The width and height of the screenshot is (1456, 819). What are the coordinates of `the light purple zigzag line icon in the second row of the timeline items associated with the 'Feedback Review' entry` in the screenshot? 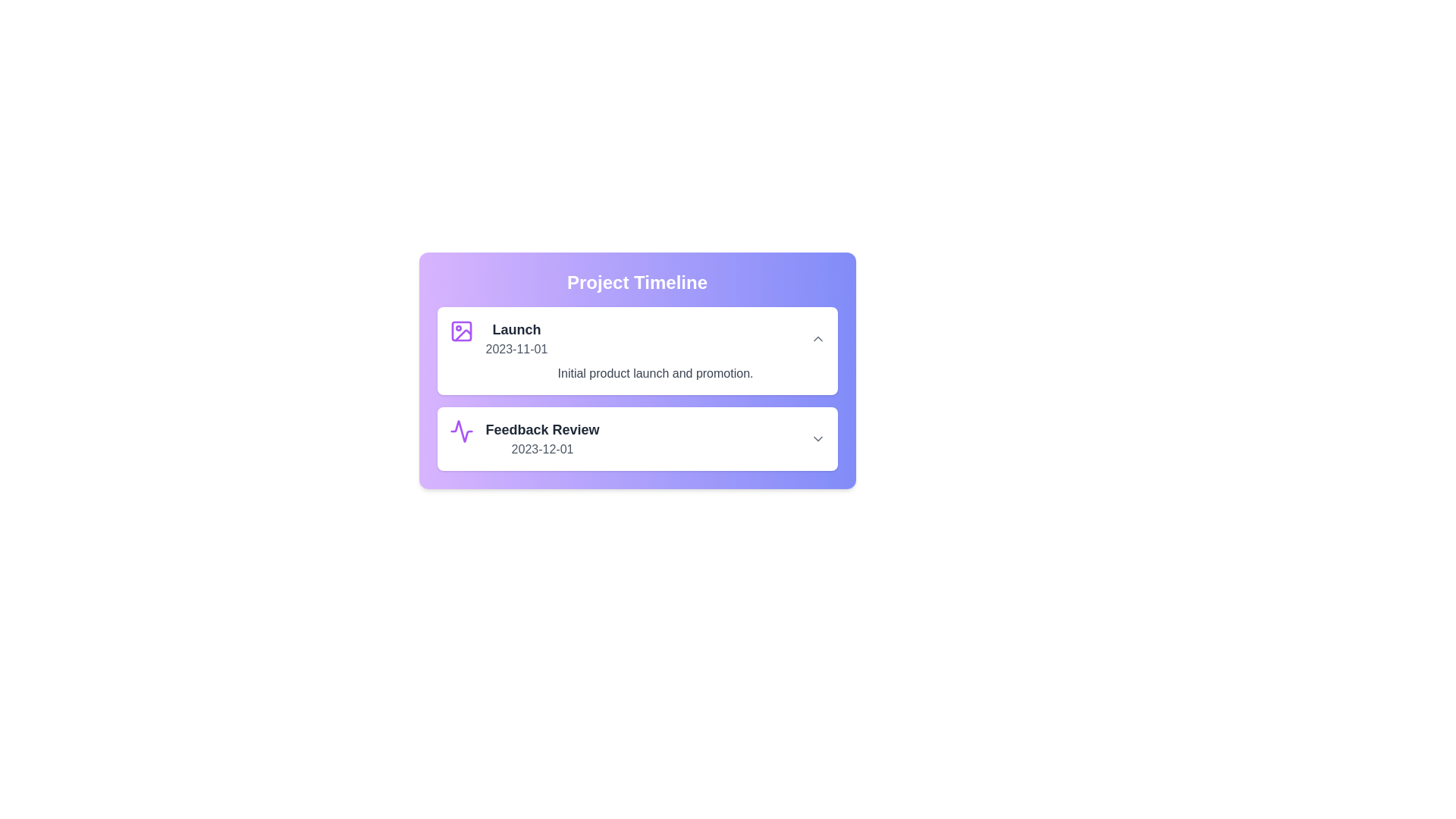 It's located at (460, 431).